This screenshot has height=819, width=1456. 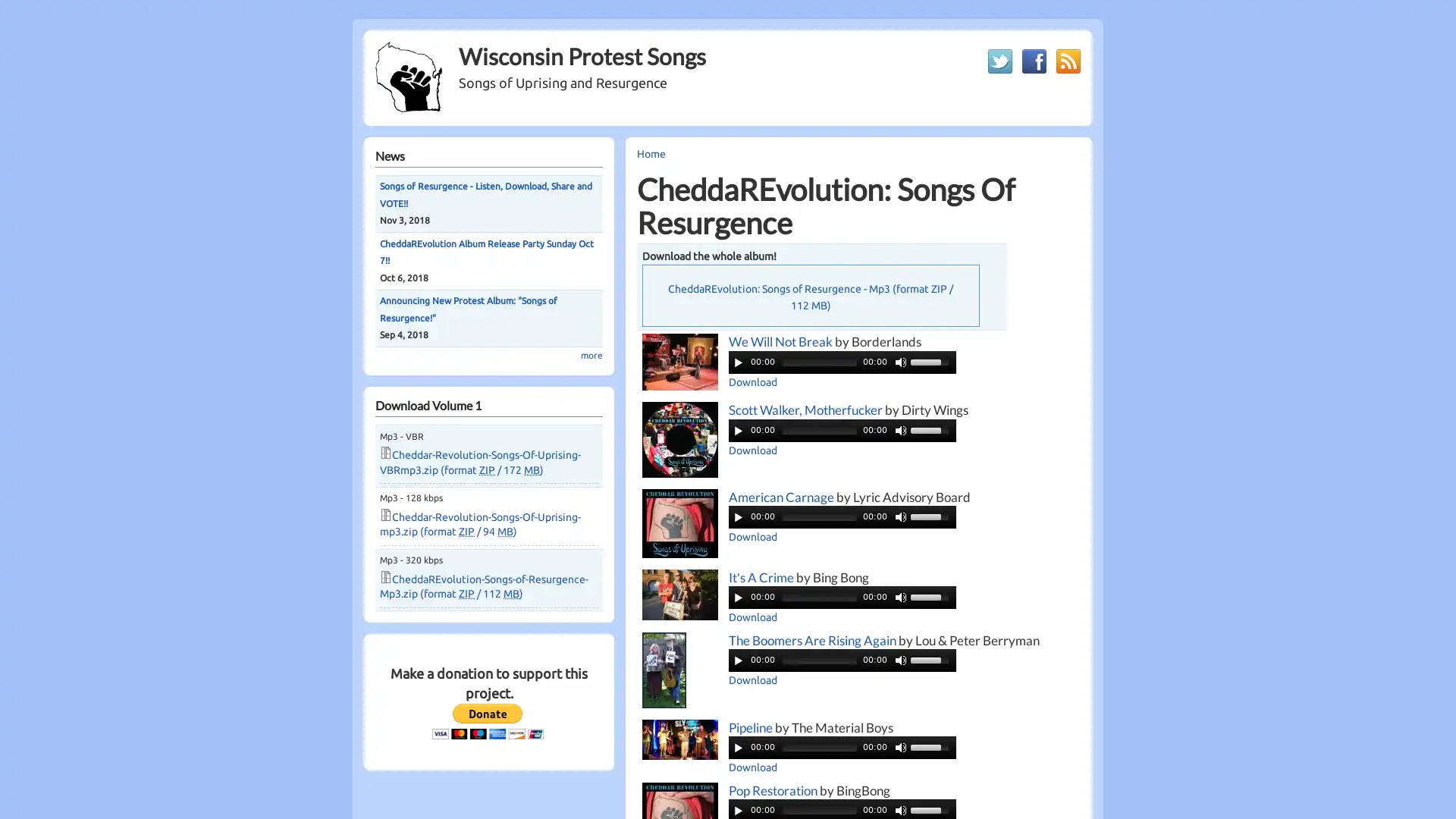 I want to click on Mute Toggle, so click(x=901, y=596).